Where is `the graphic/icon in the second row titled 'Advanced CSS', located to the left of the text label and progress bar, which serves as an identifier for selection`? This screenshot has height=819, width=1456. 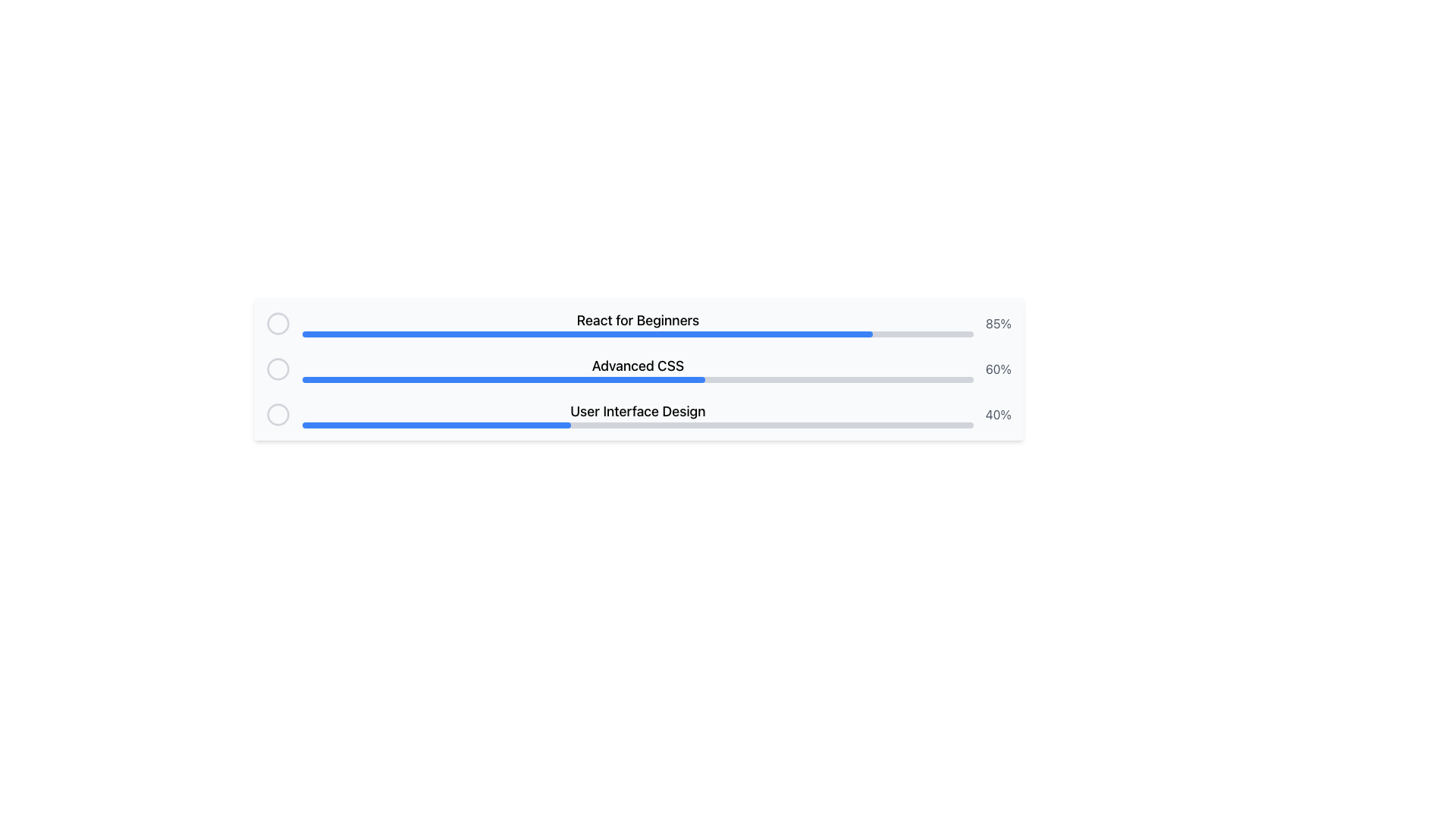
the graphic/icon in the second row titled 'Advanced CSS', located to the left of the text label and progress bar, which serves as an identifier for selection is located at coordinates (278, 369).